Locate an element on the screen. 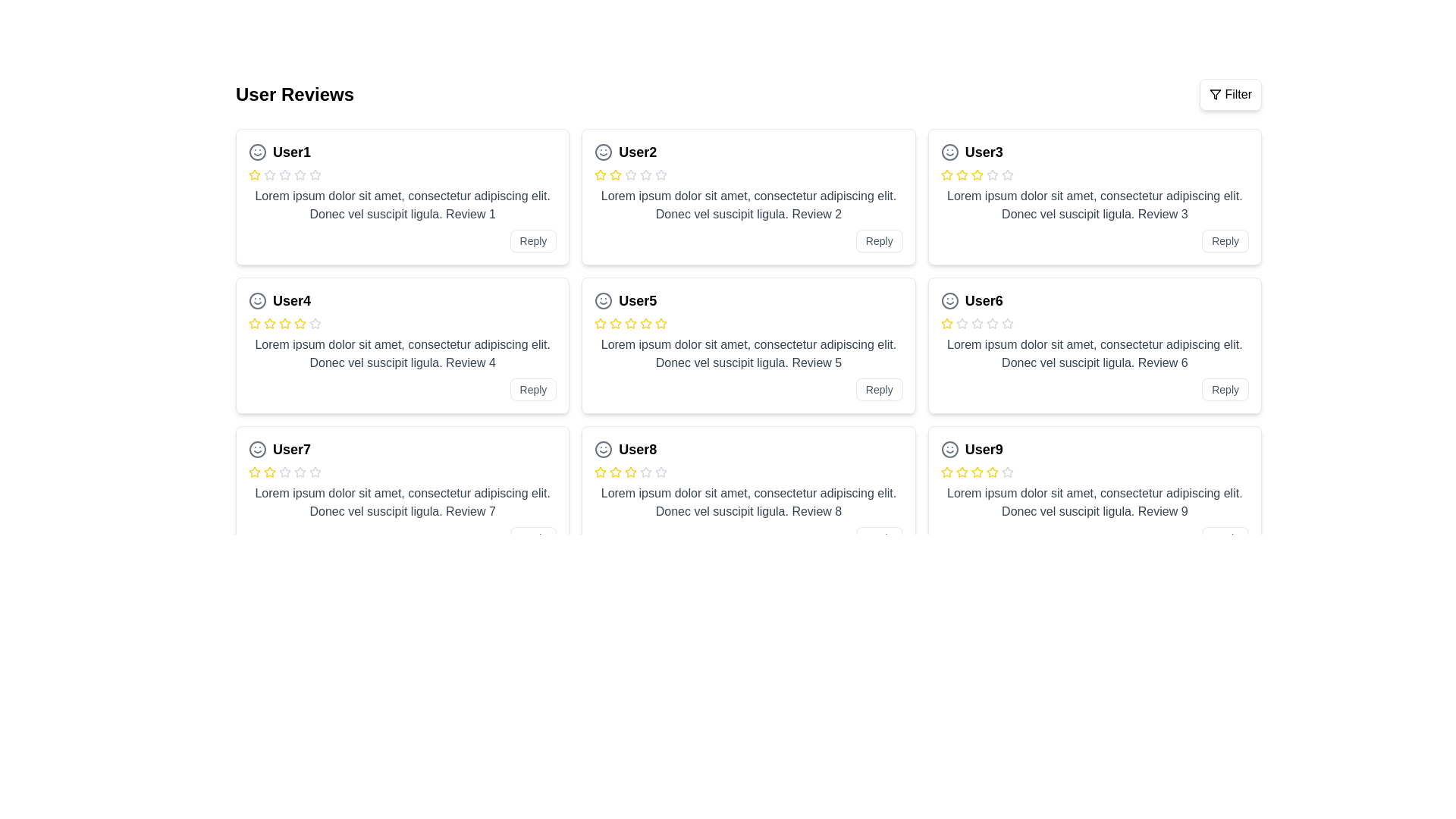 Image resolution: width=1456 pixels, height=819 pixels. the reply button located at the bottom right of the review panel labeled 'User5' to change its background color is located at coordinates (879, 388).